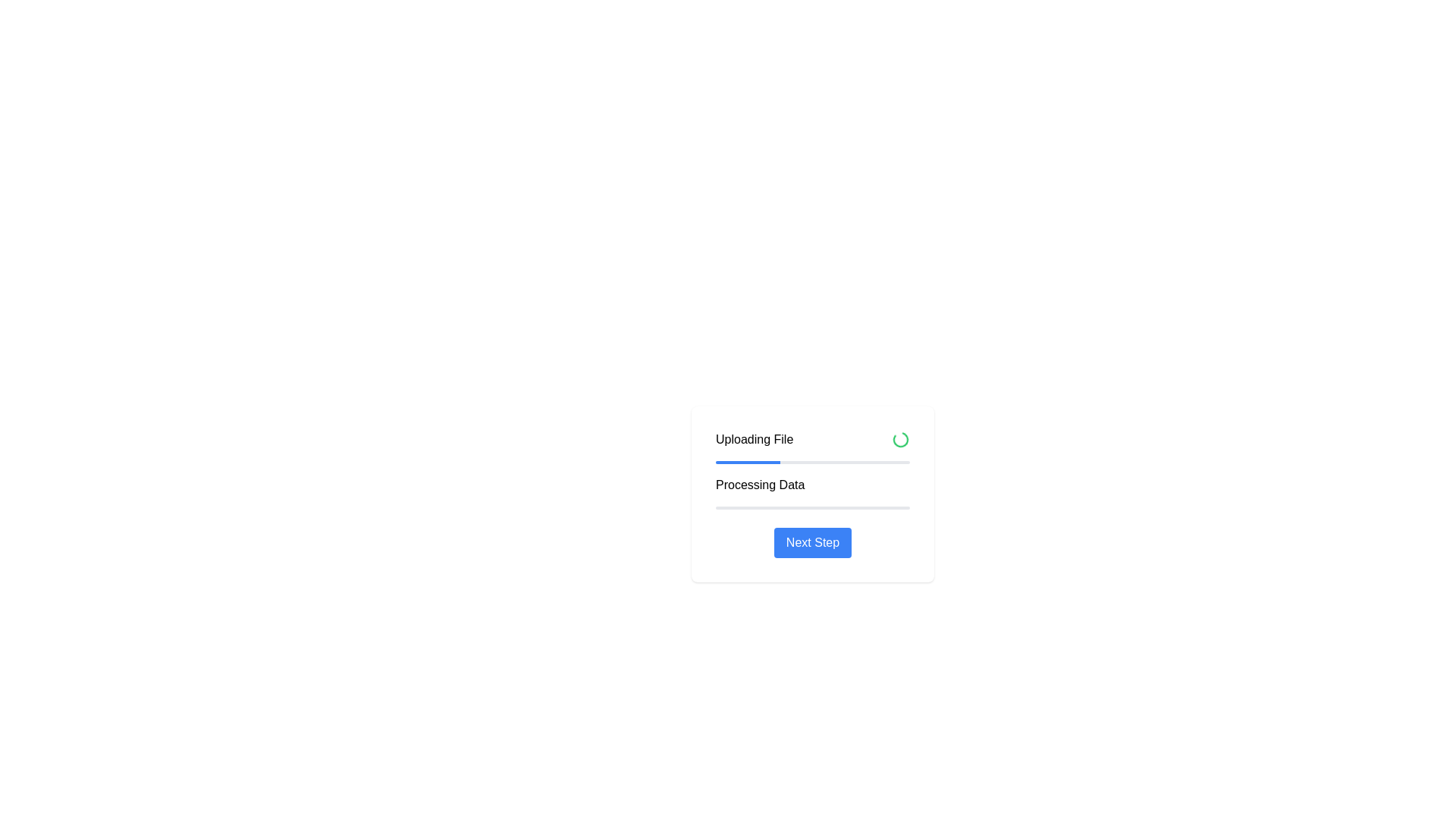 This screenshot has width=1456, height=819. Describe the element at coordinates (737, 461) in the screenshot. I see `the progress bar` at that location.